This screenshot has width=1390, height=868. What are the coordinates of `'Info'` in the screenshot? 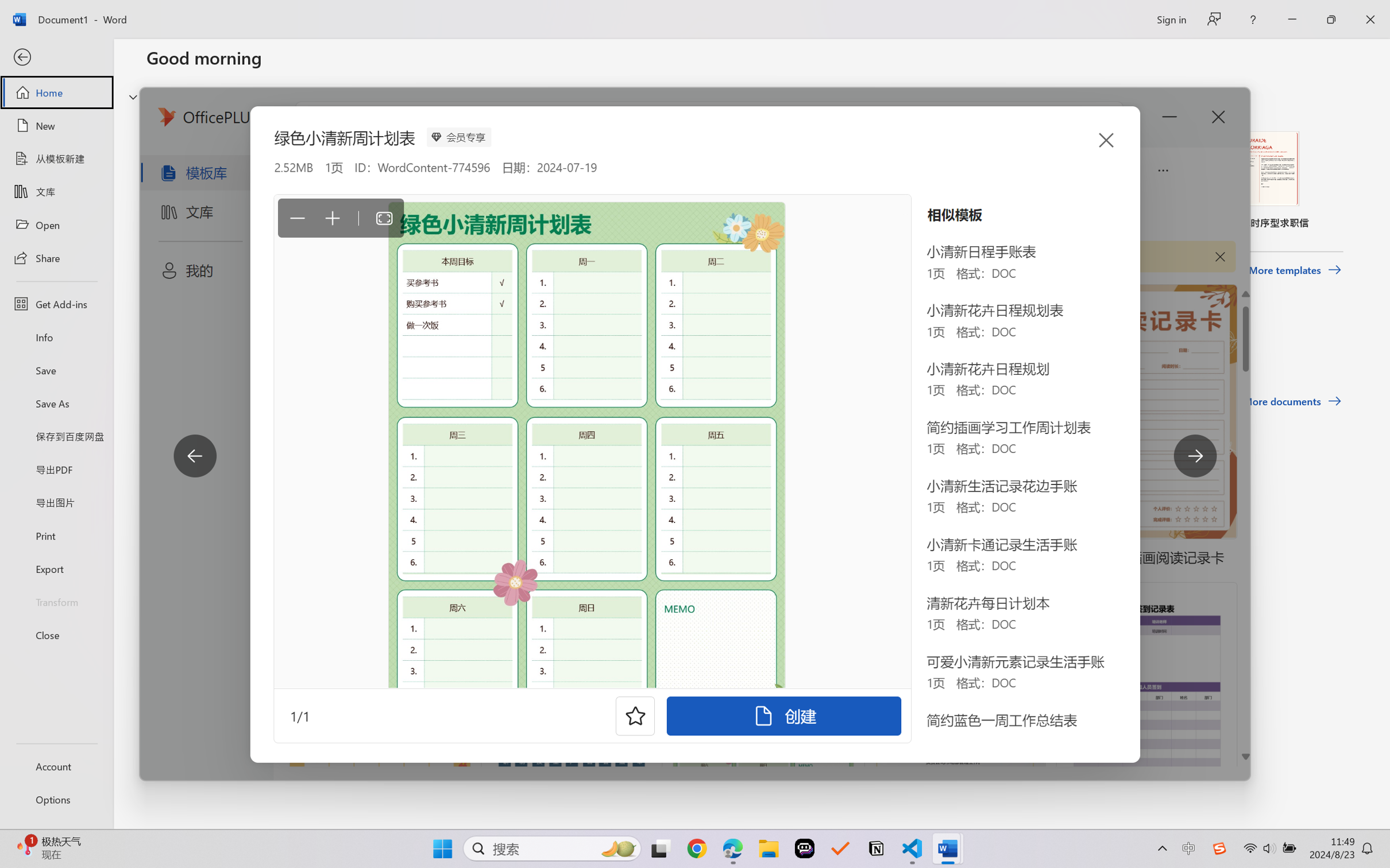 It's located at (56, 336).